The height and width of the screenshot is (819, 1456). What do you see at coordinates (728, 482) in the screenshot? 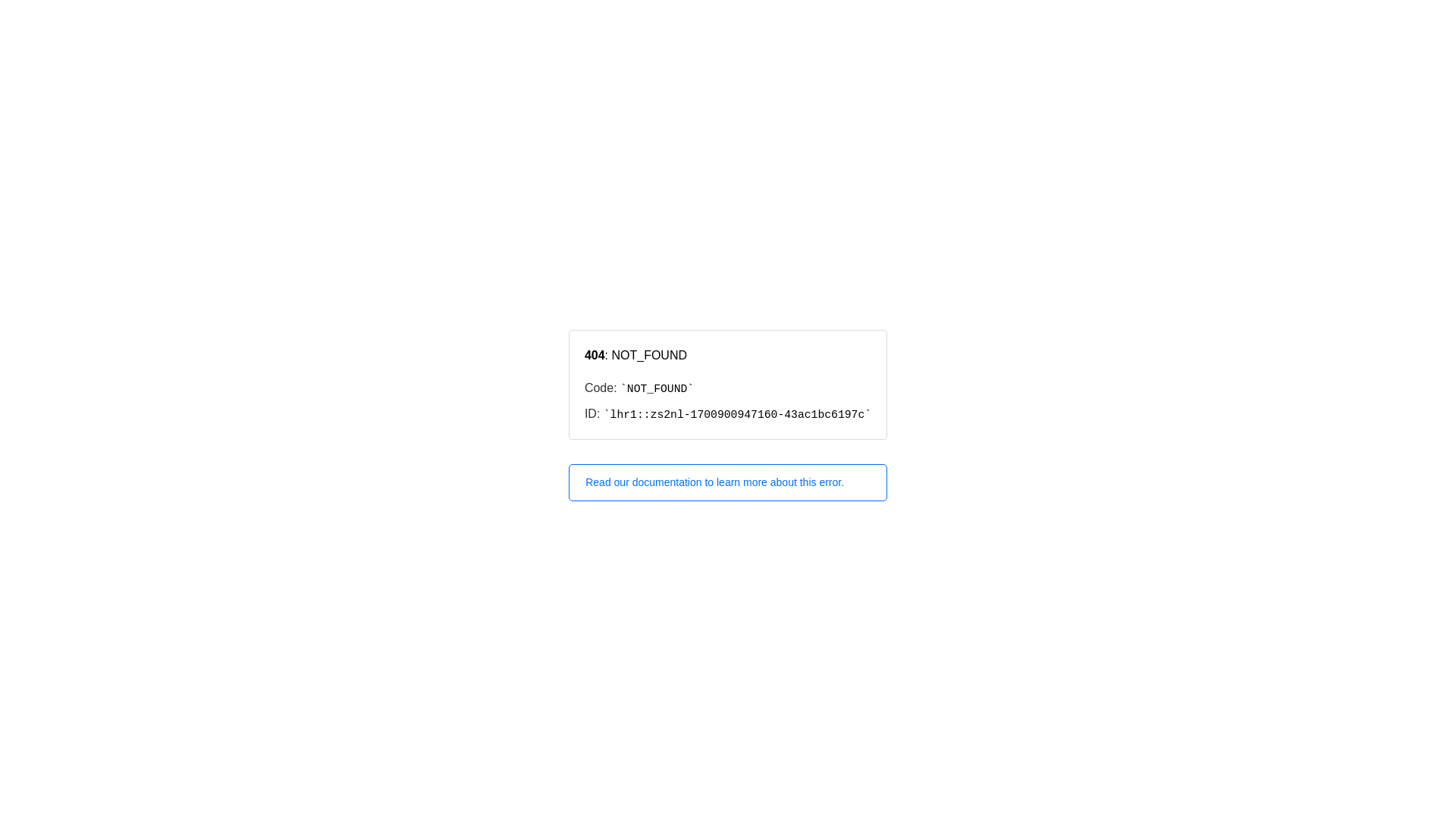
I see `'Read our documentation to learn more about this error.'` at bounding box center [728, 482].